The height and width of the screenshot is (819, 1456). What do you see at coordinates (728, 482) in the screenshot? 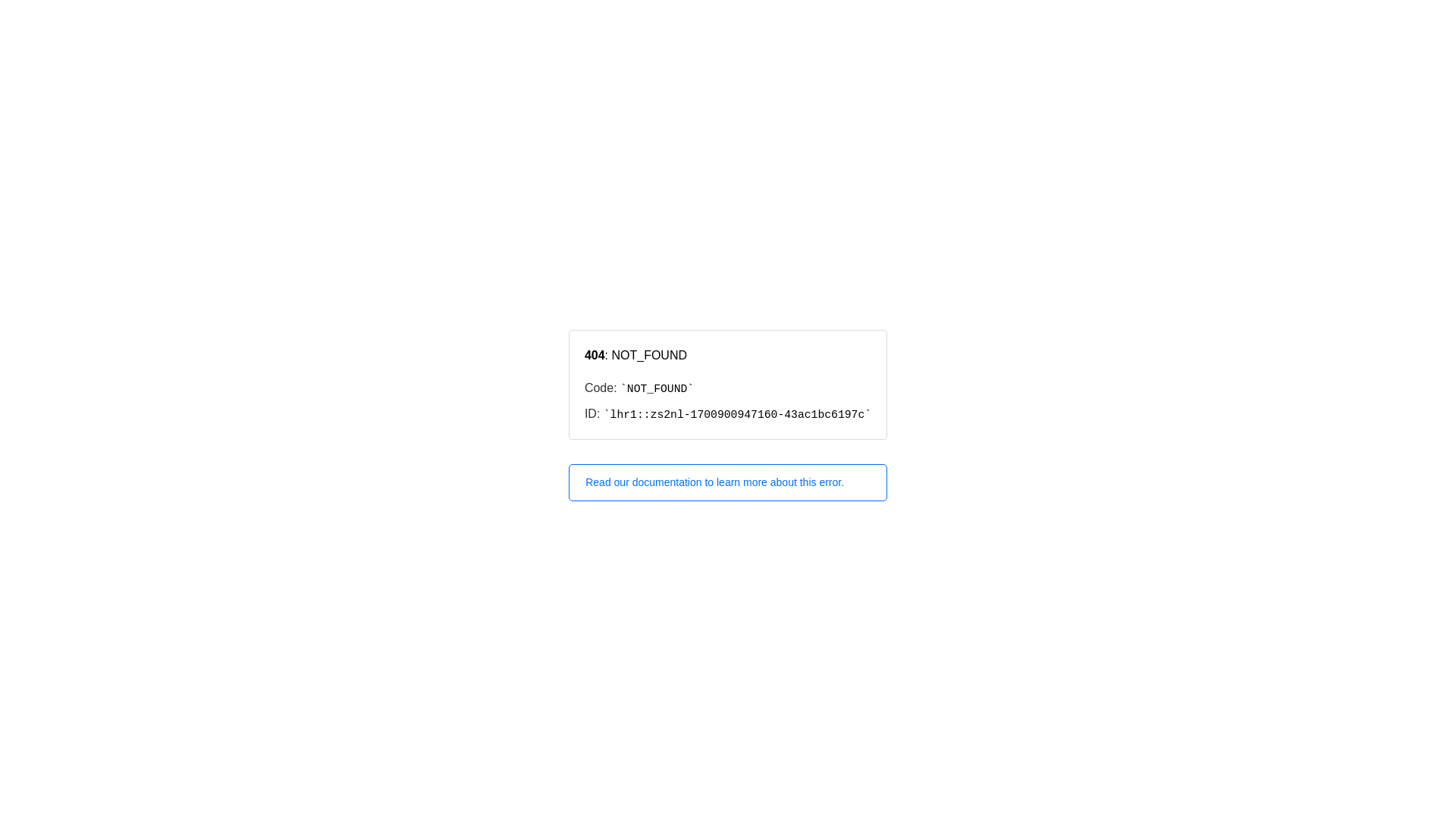
I see `'Read our documentation to learn more about this error.'` at bounding box center [728, 482].